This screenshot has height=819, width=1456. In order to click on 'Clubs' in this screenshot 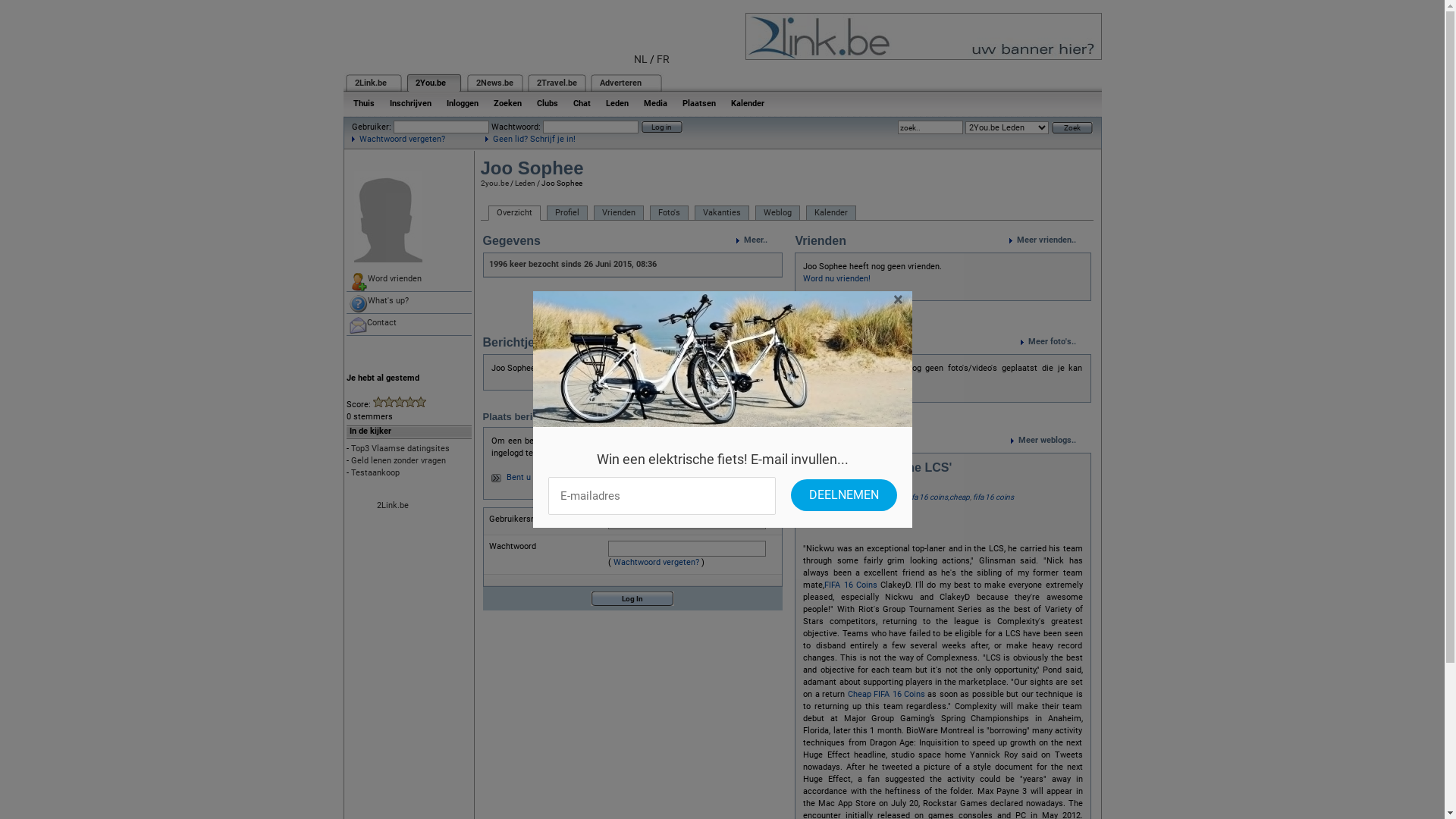, I will do `click(546, 102)`.